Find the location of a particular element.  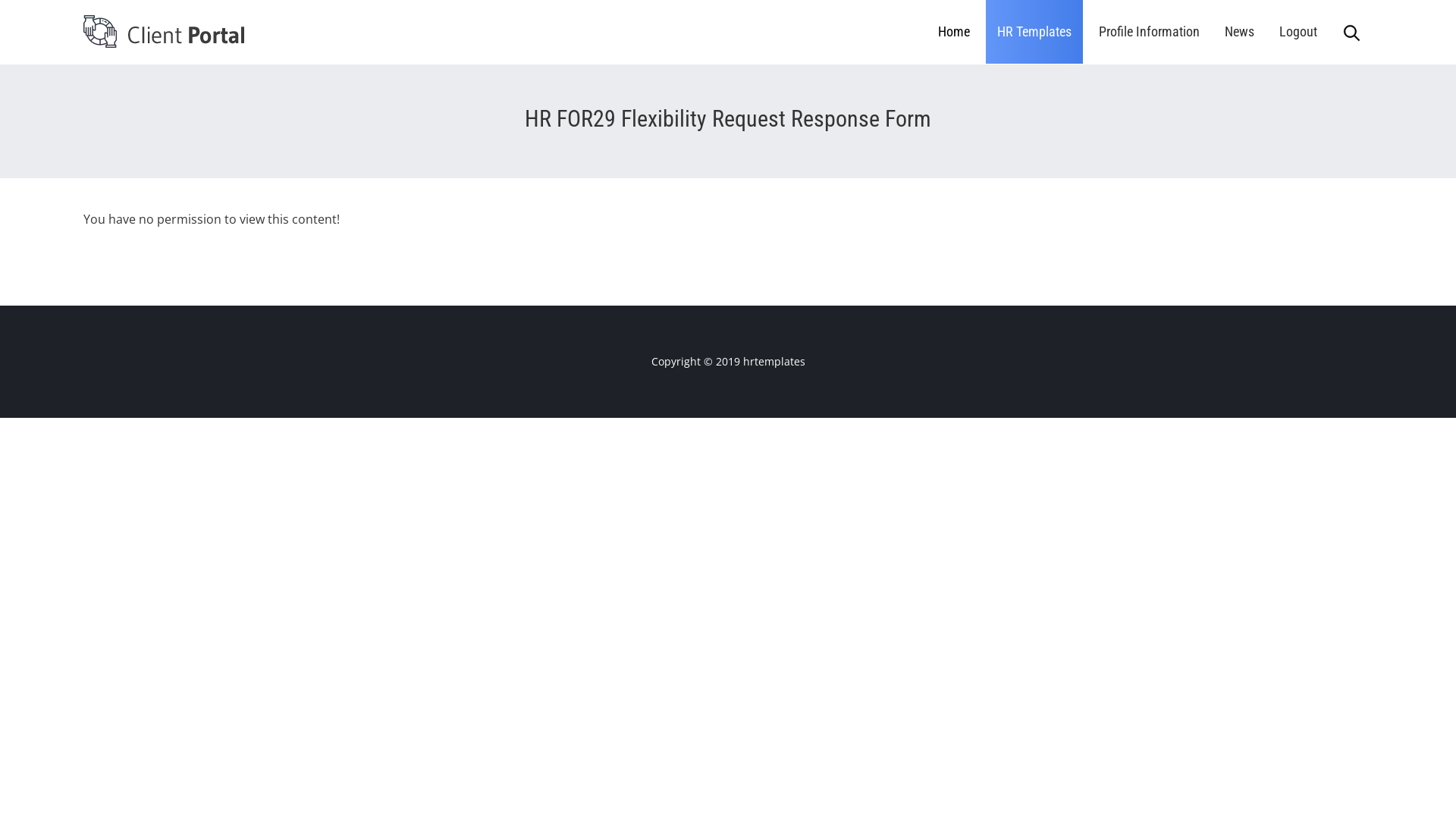

'Profile Information' is located at coordinates (1149, 32).